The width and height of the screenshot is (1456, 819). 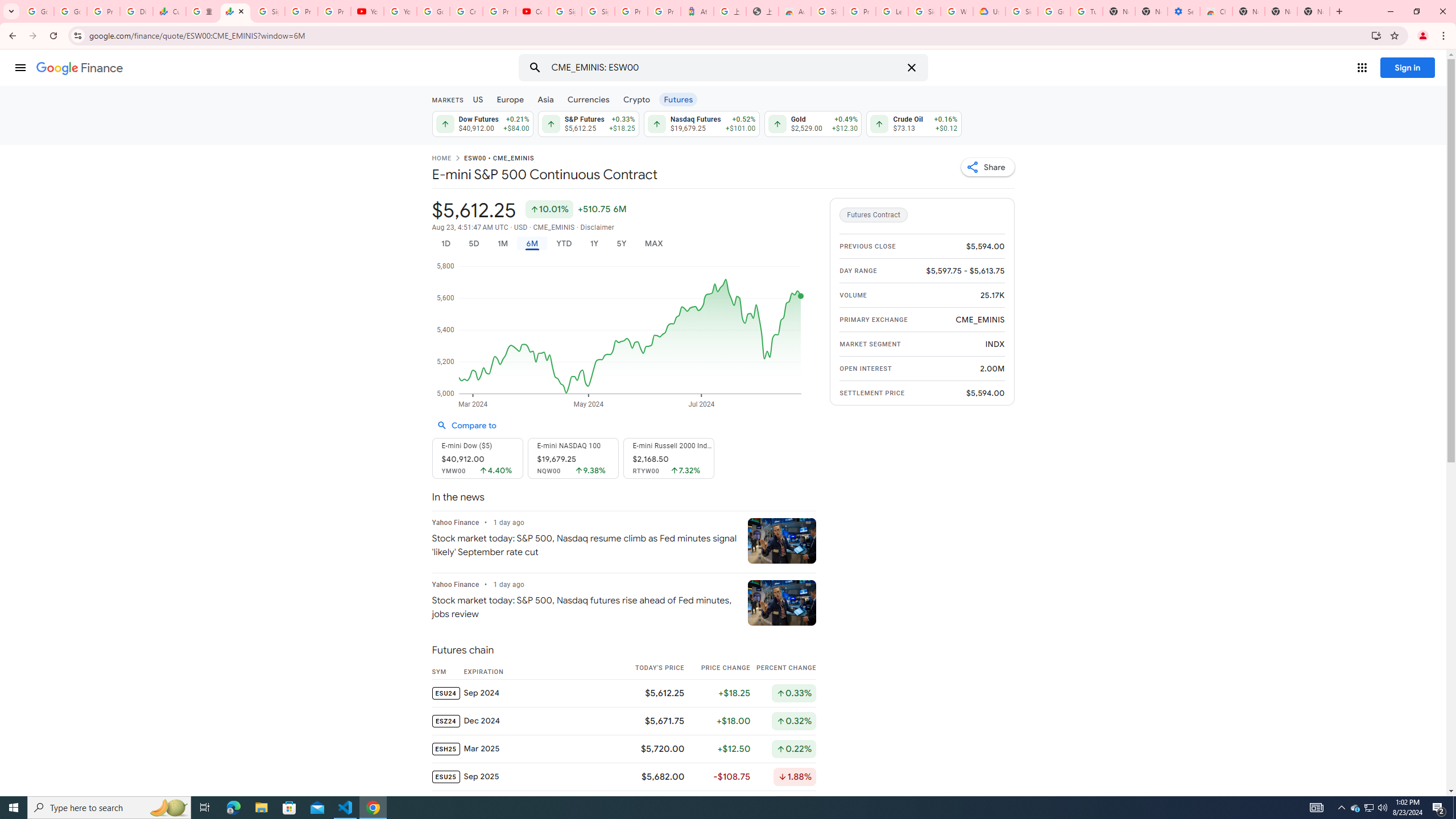 I want to click on 'Europe', so click(x=510, y=98).